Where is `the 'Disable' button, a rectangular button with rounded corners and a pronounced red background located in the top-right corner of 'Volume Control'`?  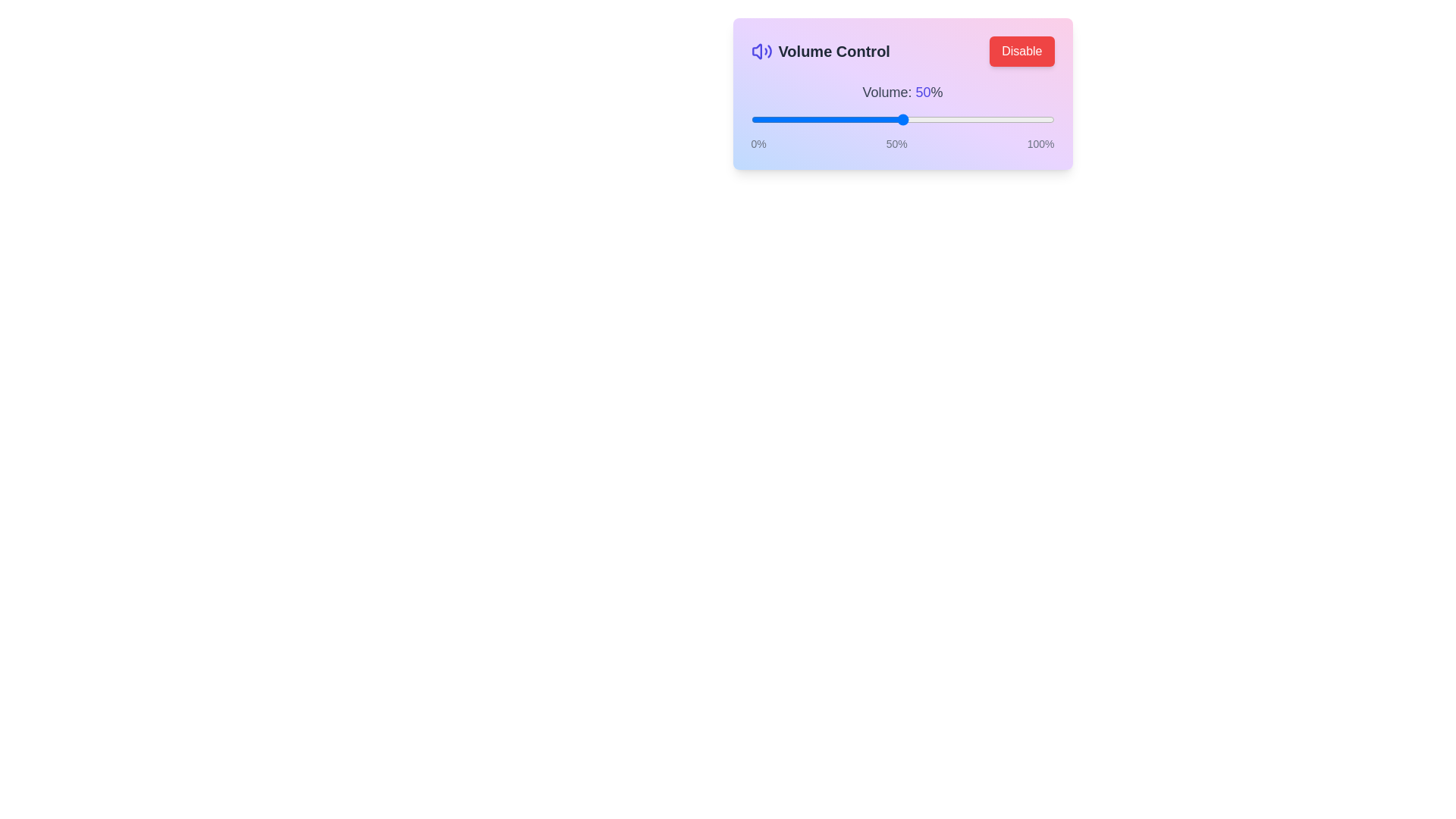
the 'Disable' button, a rectangular button with rounded corners and a pronounced red background located in the top-right corner of 'Volume Control' is located at coordinates (1021, 51).